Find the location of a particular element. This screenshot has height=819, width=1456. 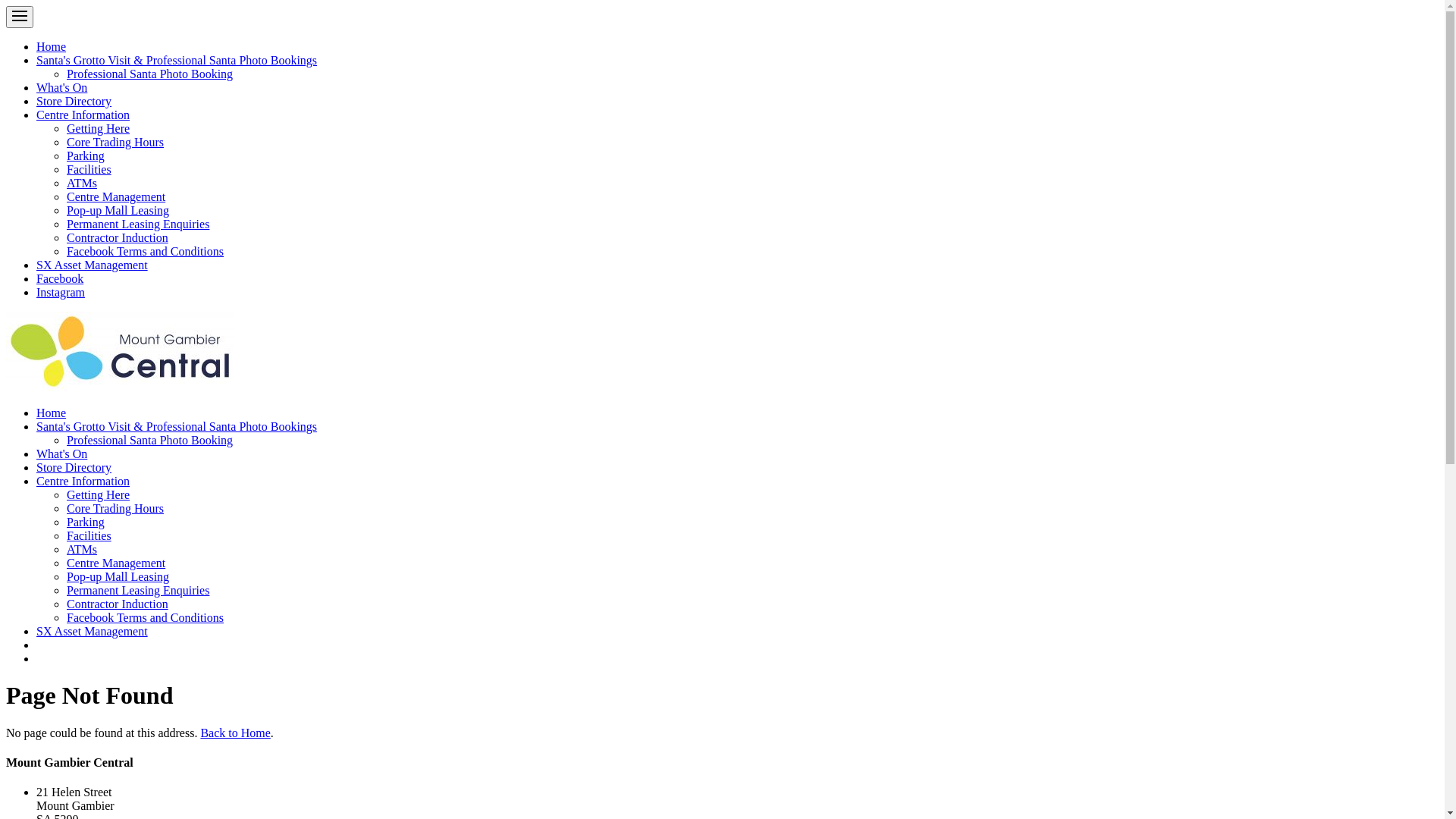

'Store Directory' is located at coordinates (73, 101).